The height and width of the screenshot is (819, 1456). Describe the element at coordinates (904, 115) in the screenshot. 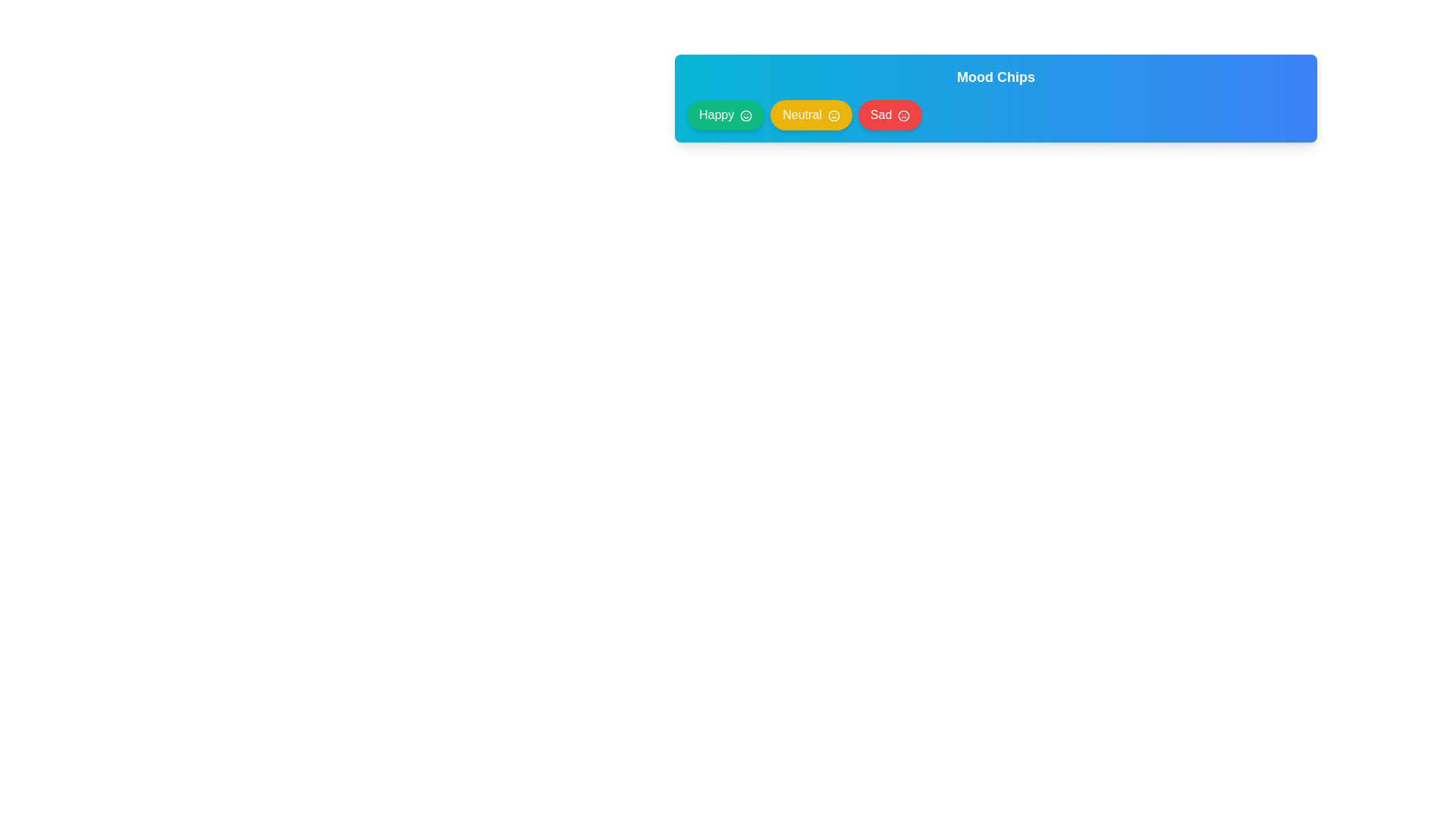

I see `the 'sad' mood icon located within the 'Sad' mood chip in the mood selection component of the user interface` at that location.